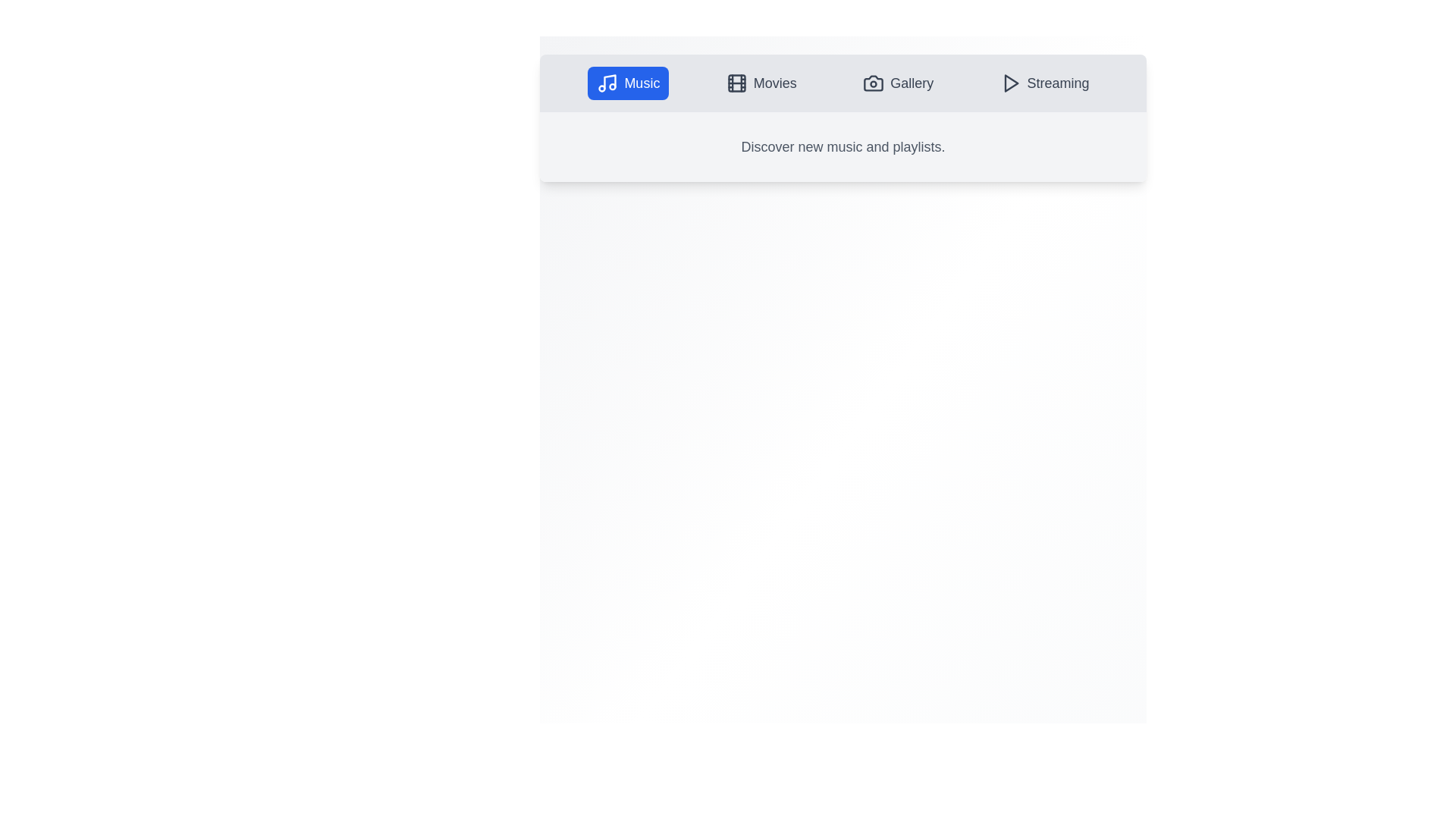  What do you see at coordinates (628, 83) in the screenshot?
I see `the tab labeled Music` at bounding box center [628, 83].